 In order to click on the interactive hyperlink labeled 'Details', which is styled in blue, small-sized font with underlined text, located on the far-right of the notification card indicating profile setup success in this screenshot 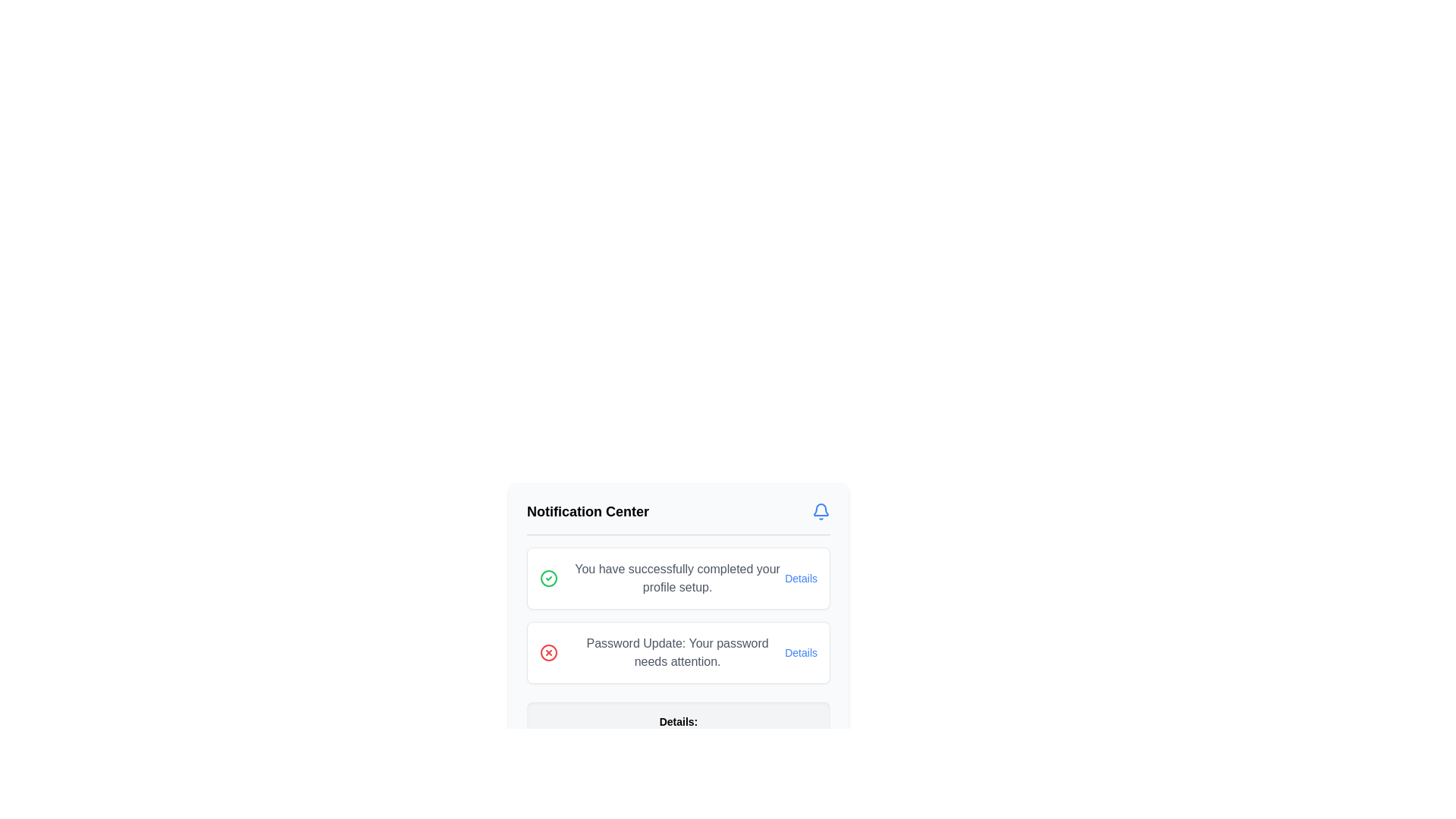, I will do `click(800, 579)`.